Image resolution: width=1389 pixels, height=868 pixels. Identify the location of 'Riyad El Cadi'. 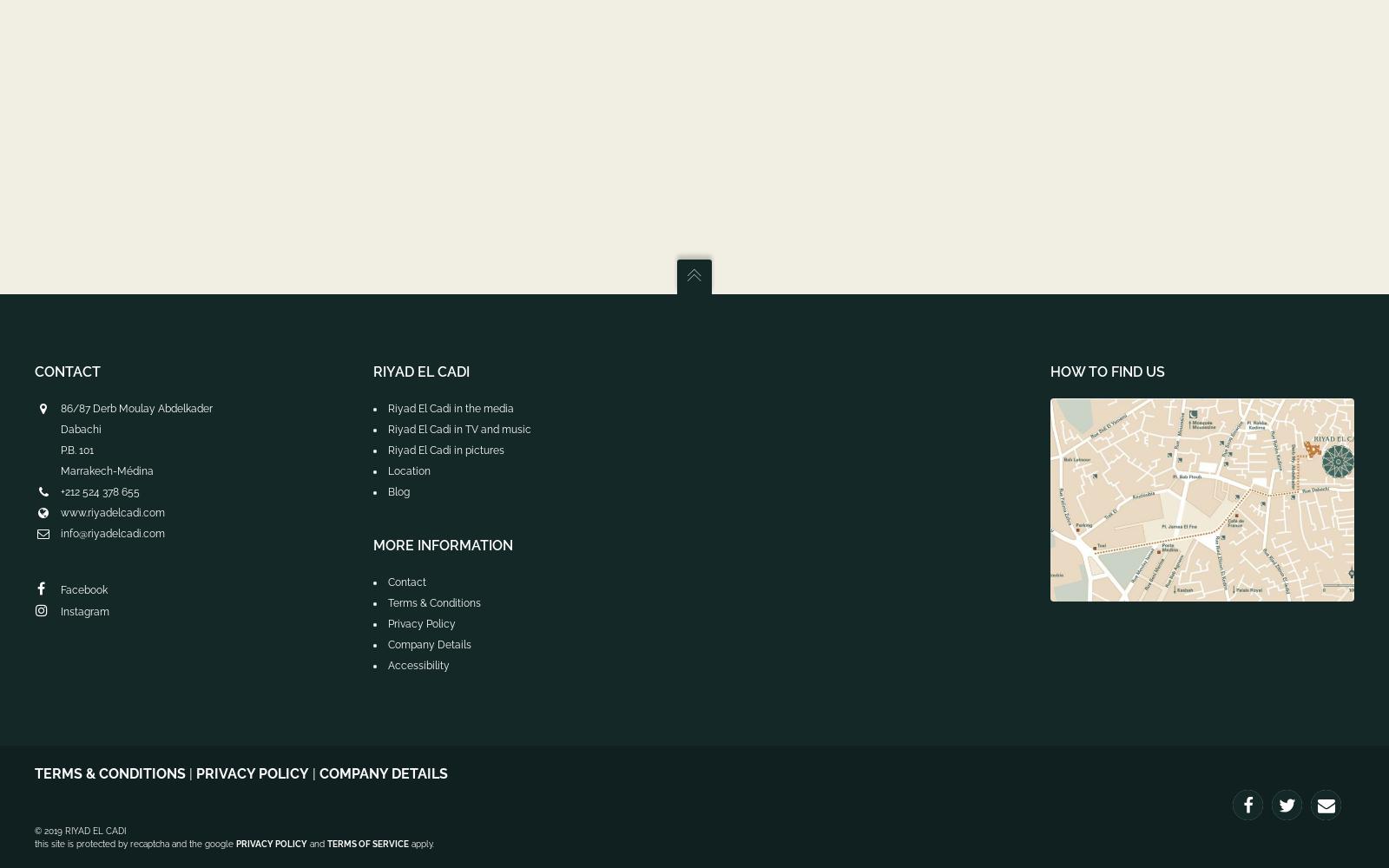
(420, 372).